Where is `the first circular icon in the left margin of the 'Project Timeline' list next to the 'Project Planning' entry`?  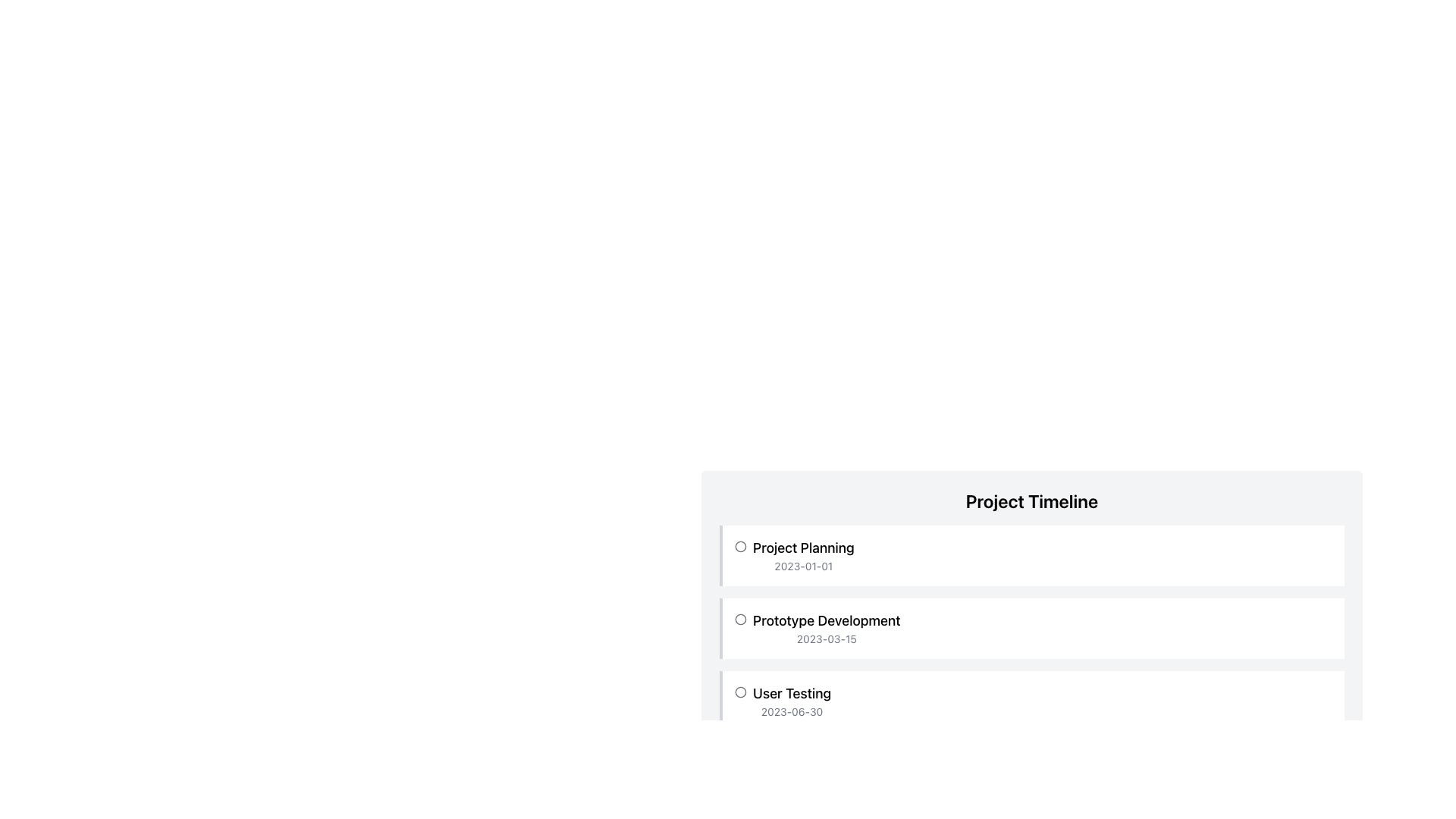
the first circular icon in the left margin of the 'Project Timeline' list next to the 'Project Planning' entry is located at coordinates (741, 555).